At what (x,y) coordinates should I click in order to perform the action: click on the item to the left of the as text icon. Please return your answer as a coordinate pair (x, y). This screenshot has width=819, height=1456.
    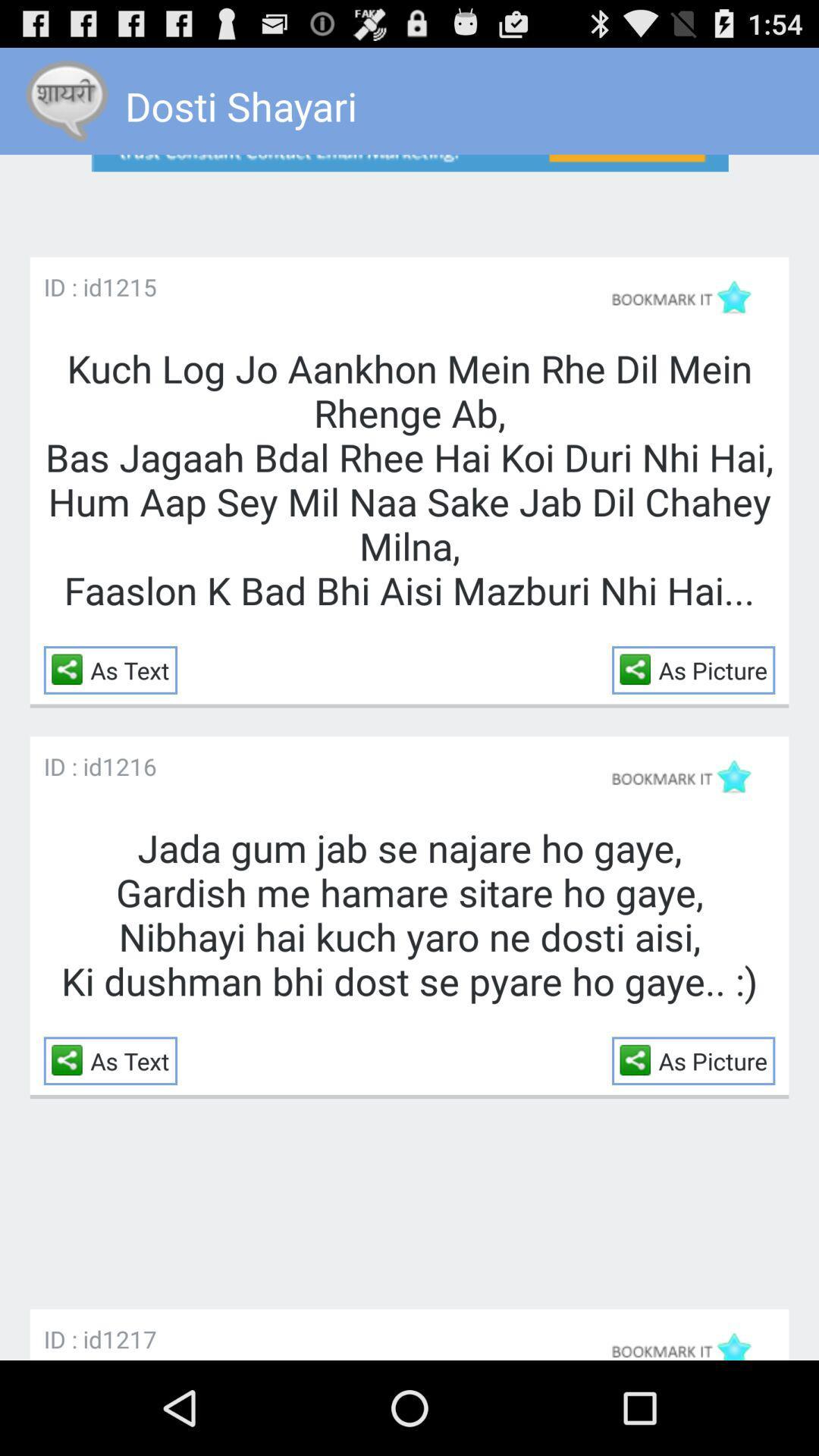
    Looking at the image, I should click on (71, 1059).